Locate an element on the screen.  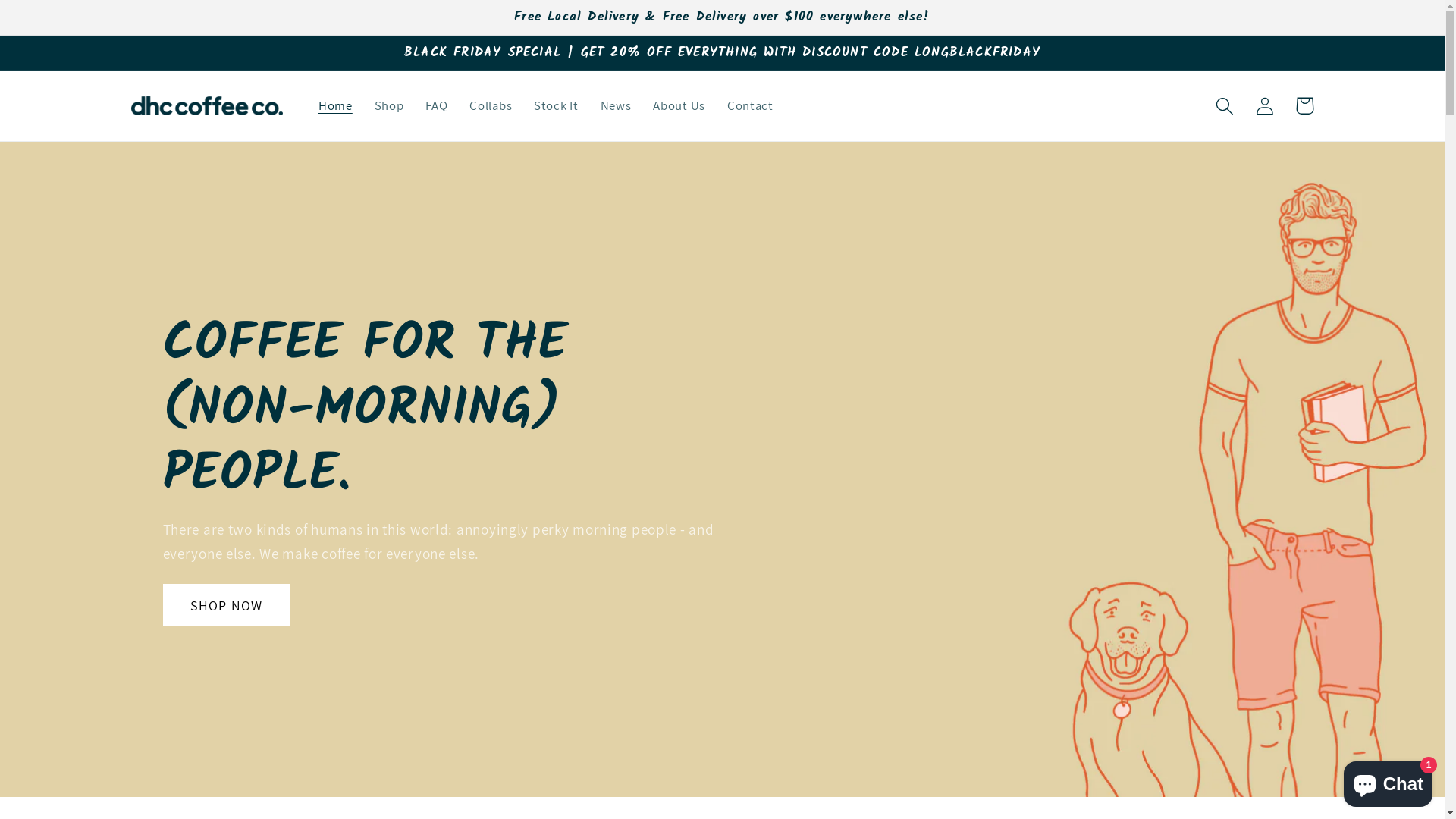
'Home' is located at coordinates (334, 105).